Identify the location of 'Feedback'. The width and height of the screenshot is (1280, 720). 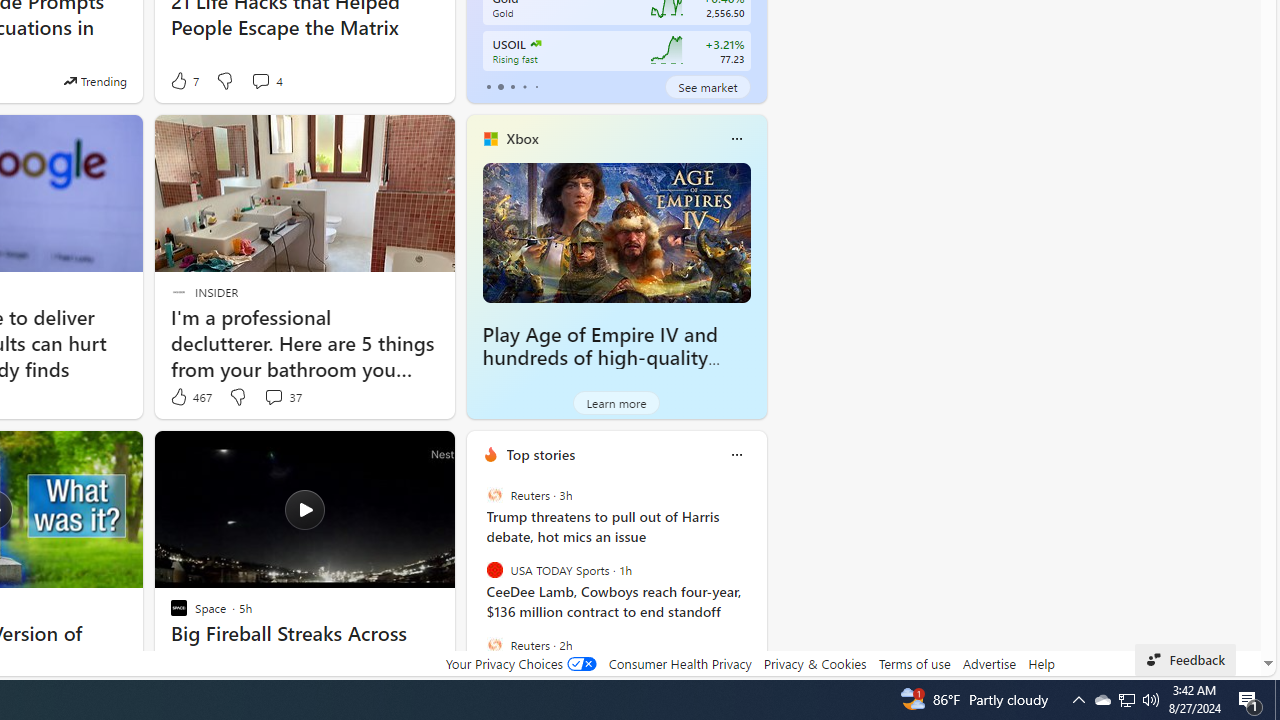
(1185, 659).